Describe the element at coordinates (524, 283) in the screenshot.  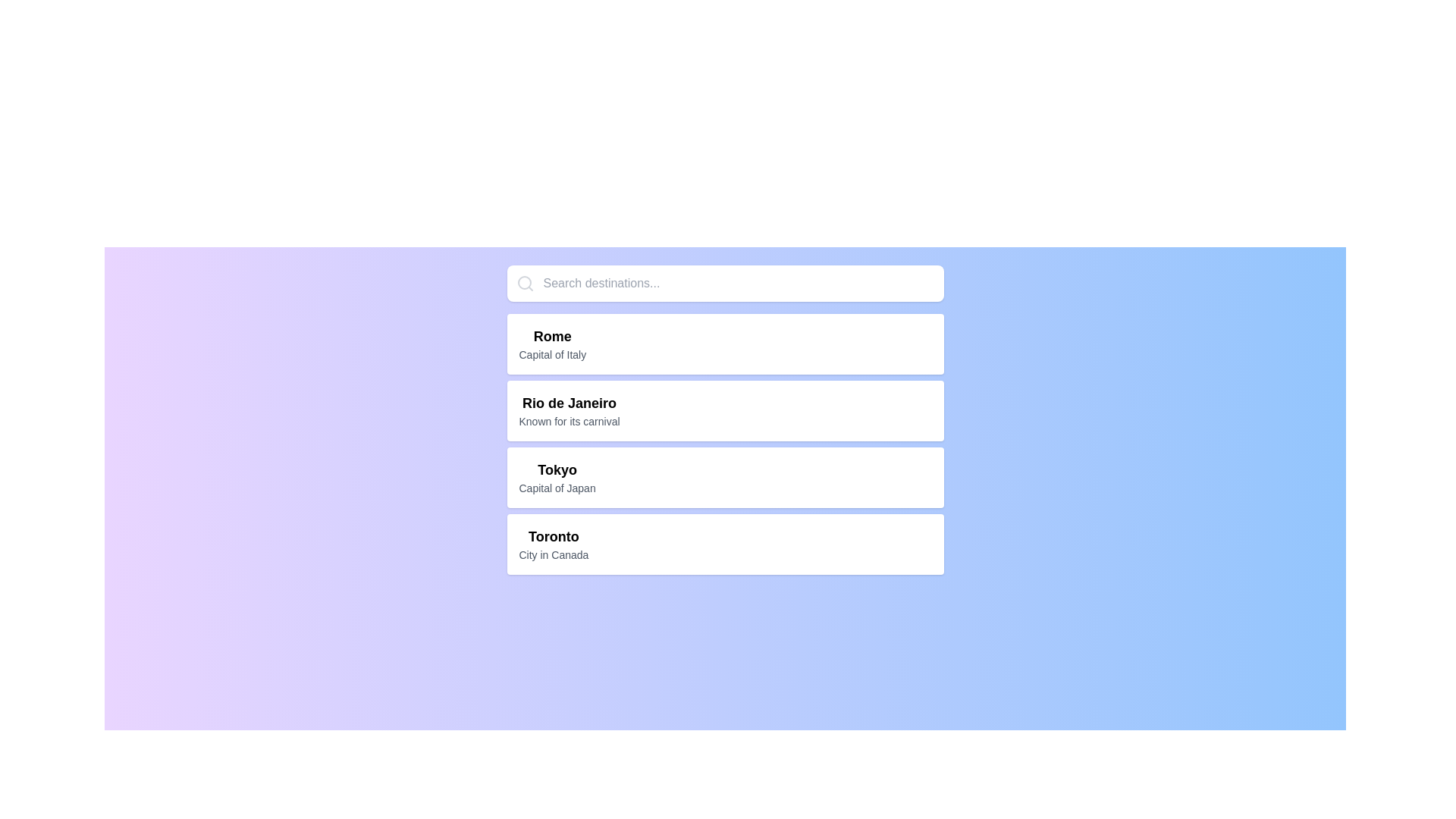
I see `the SVG circle element that is part of an icon, located near the upper left edge of a larger rounded rectangular input box, slightly to the left of the placeholder text 'Search destinations...'` at that location.